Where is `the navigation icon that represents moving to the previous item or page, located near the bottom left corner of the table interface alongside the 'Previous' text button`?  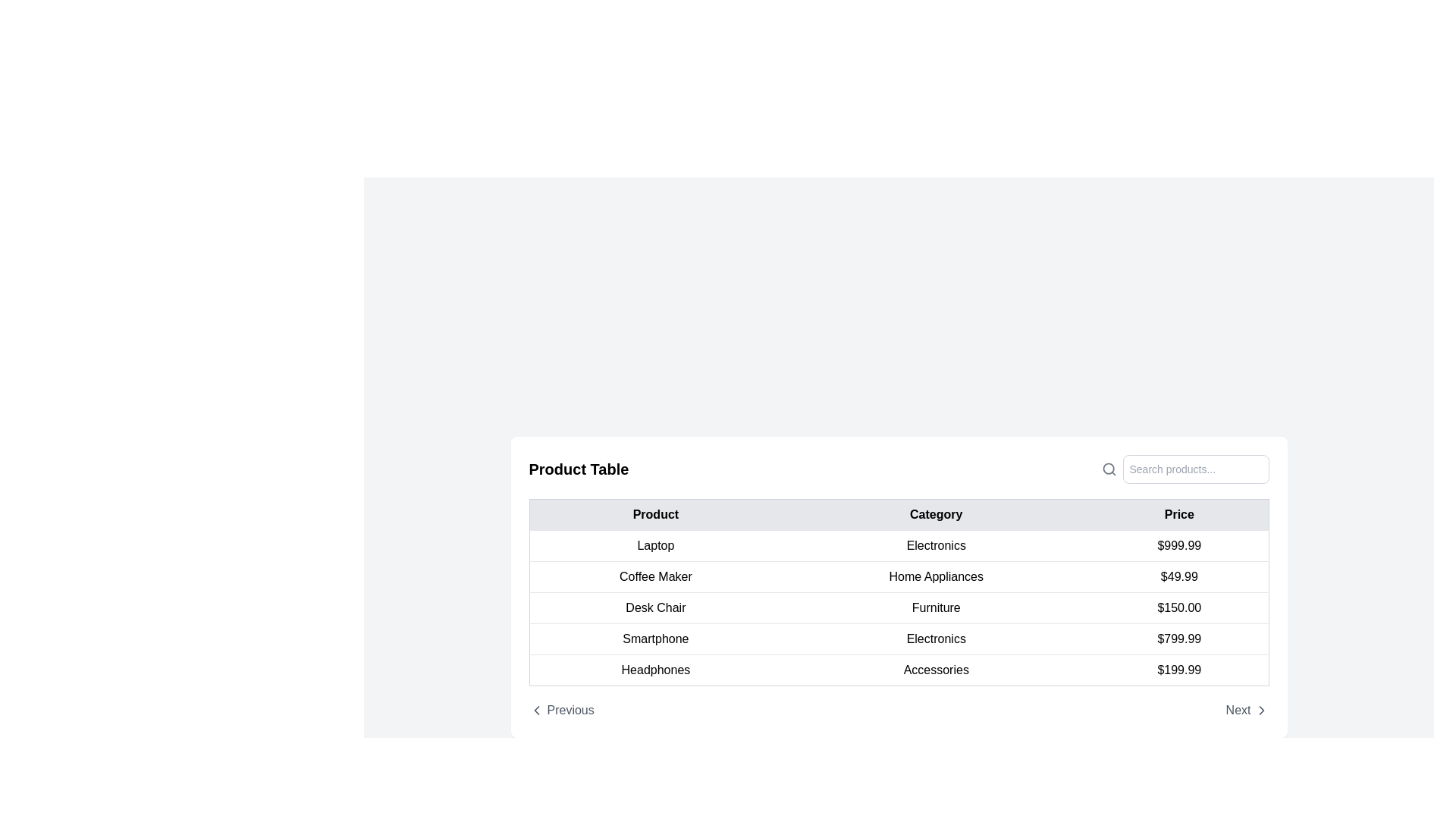
the navigation icon that represents moving to the previous item or page, located near the bottom left corner of the table interface alongside the 'Previous' text button is located at coordinates (536, 710).